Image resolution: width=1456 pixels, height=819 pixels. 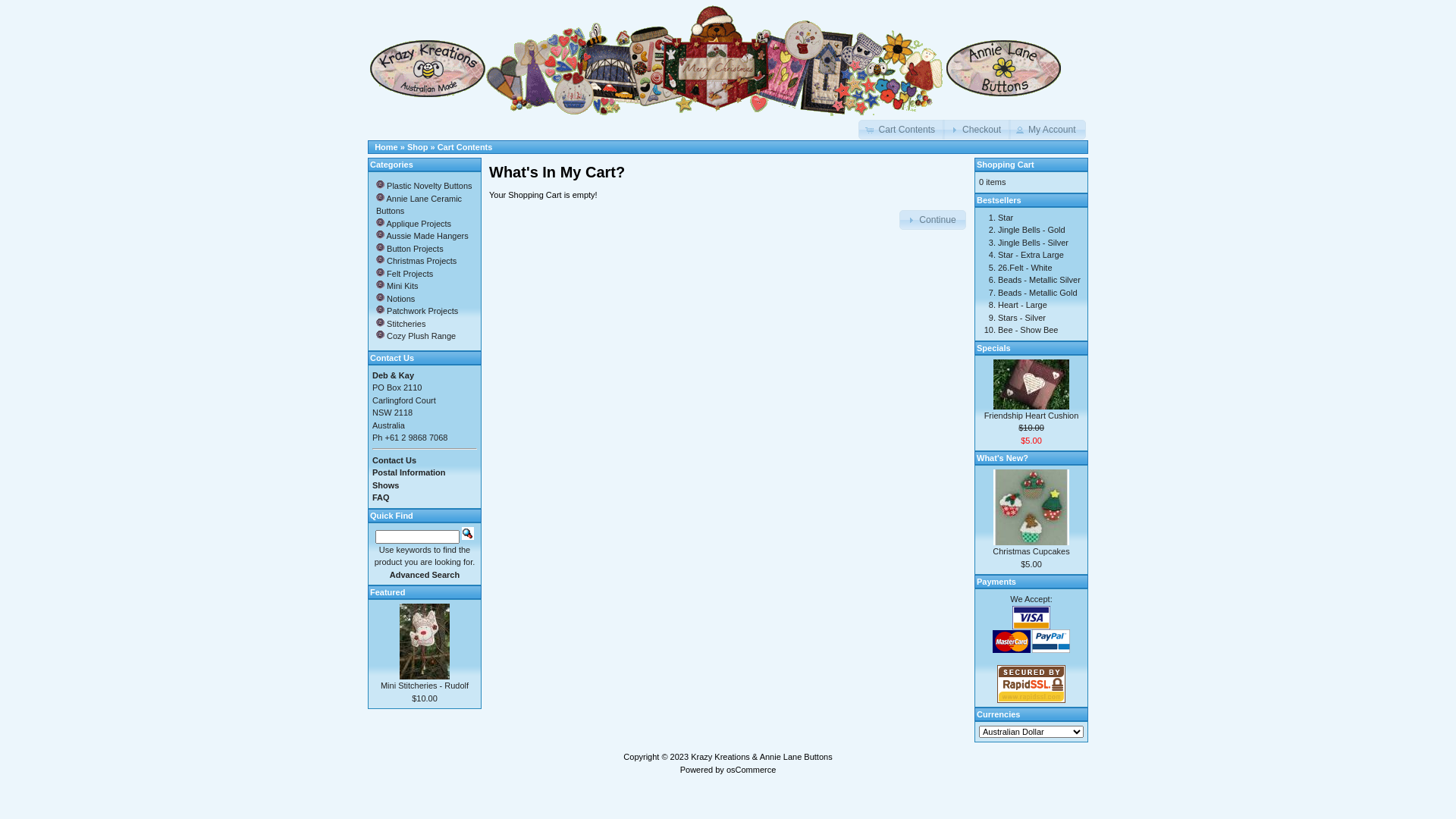 What do you see at coordinates (1031, 415) in the screenshot?
I see `'Friendship Heart Cushion'` at bounding box center [1031, 415].